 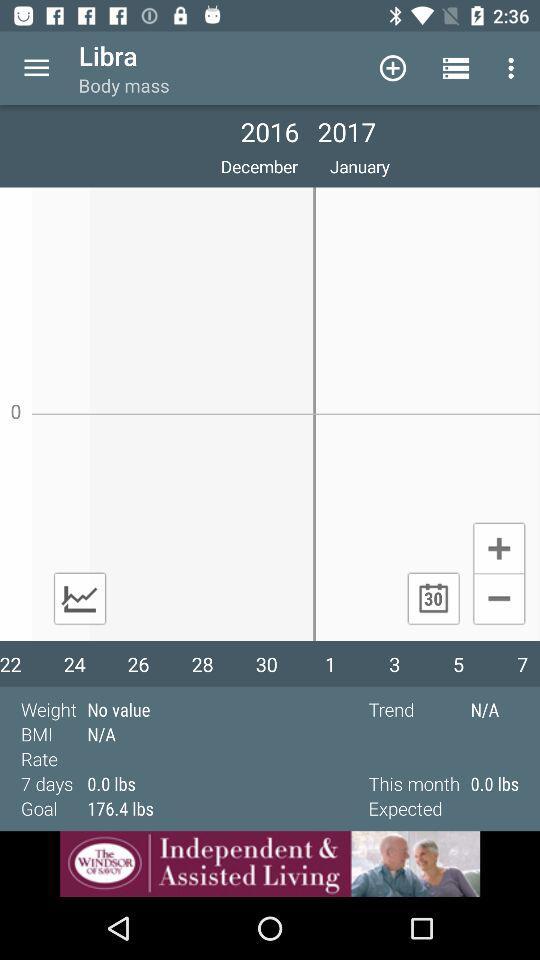 I want to click on the add icon, so click(x=498, y=547).